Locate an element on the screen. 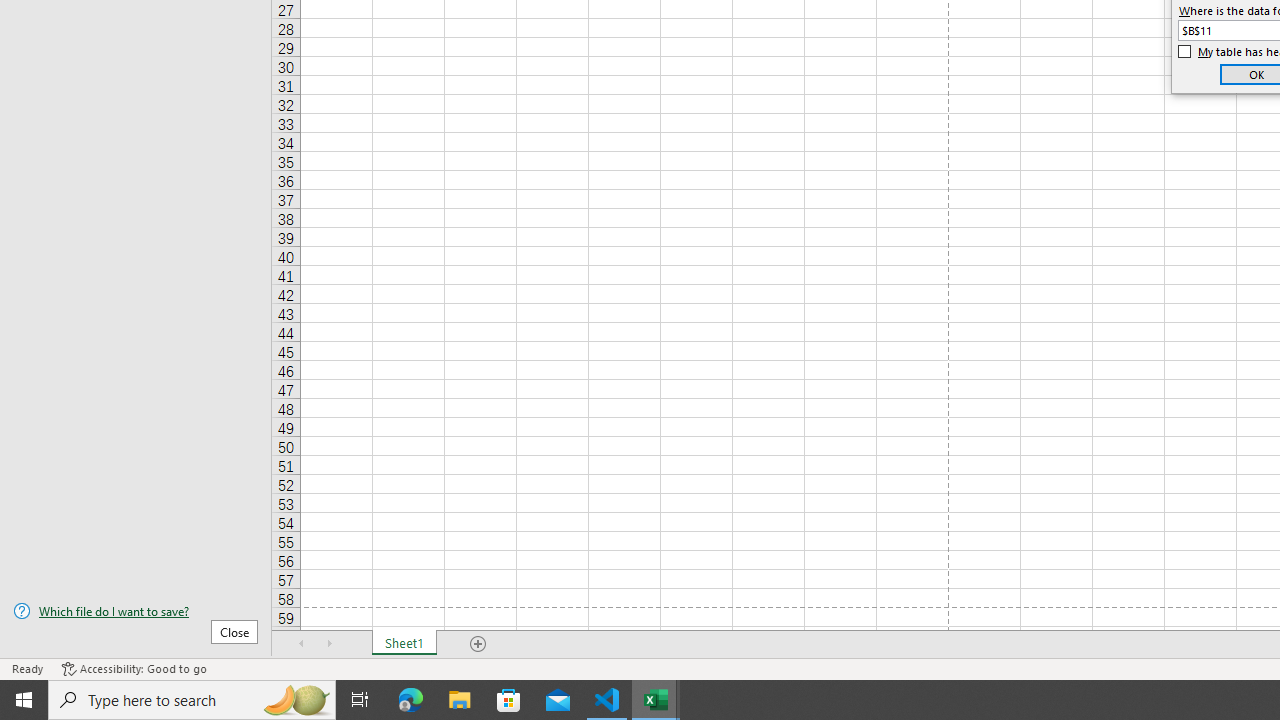  'Sheet1' is located at coordinates (403, 644).